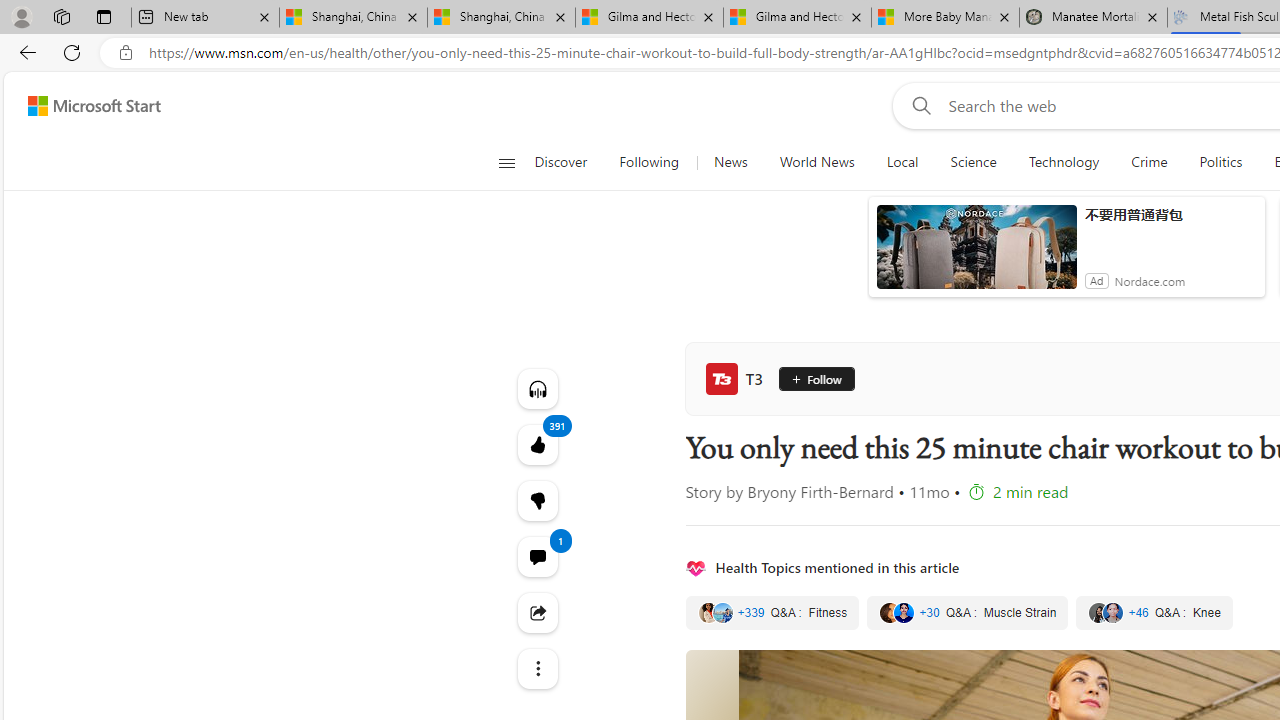  Describe the element at coordinates (816, 162) in the screenshot. I see `'World News'` at that location.